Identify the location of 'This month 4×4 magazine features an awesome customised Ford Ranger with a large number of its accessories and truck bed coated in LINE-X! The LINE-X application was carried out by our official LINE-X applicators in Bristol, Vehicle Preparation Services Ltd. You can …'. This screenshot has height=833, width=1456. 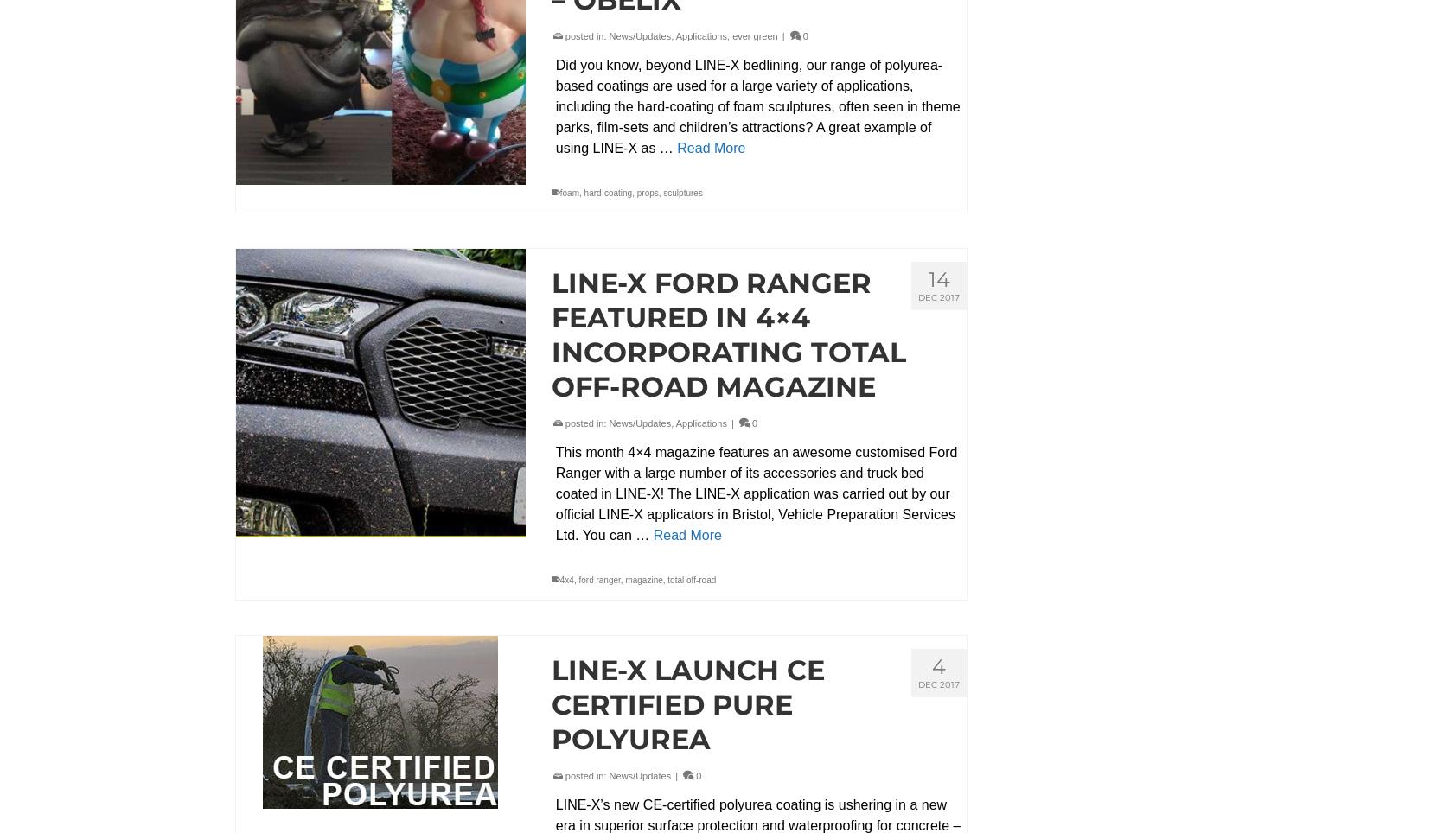
(554, 492).